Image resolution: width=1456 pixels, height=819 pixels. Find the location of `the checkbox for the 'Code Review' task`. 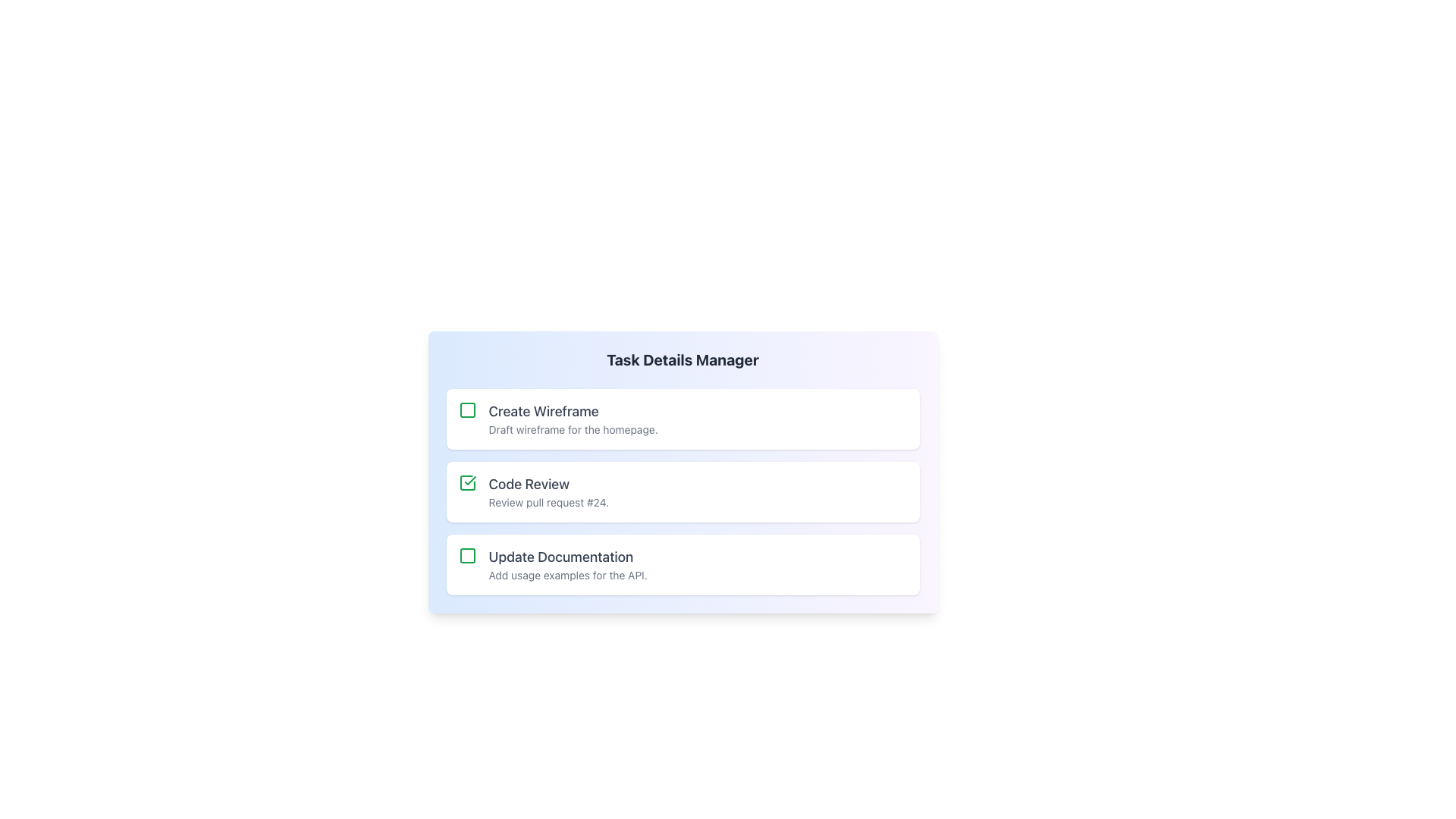

the checkbox for the 'Code Review' task is located at coordinates (466, 482).